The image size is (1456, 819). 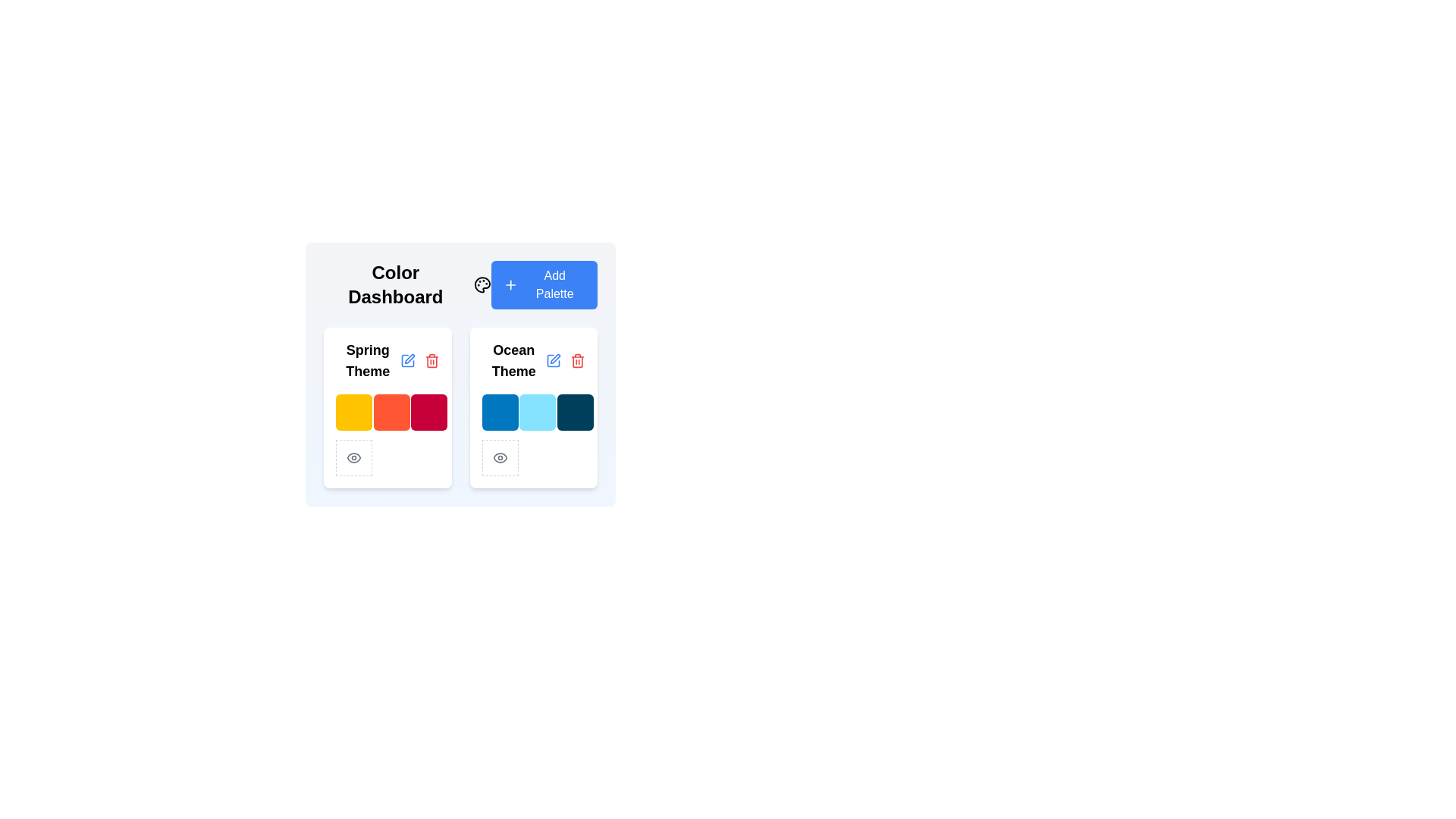 I want to click on the button located in the top-right corner of the 'Color Dashboard' header section, so click(x=544, y=284).